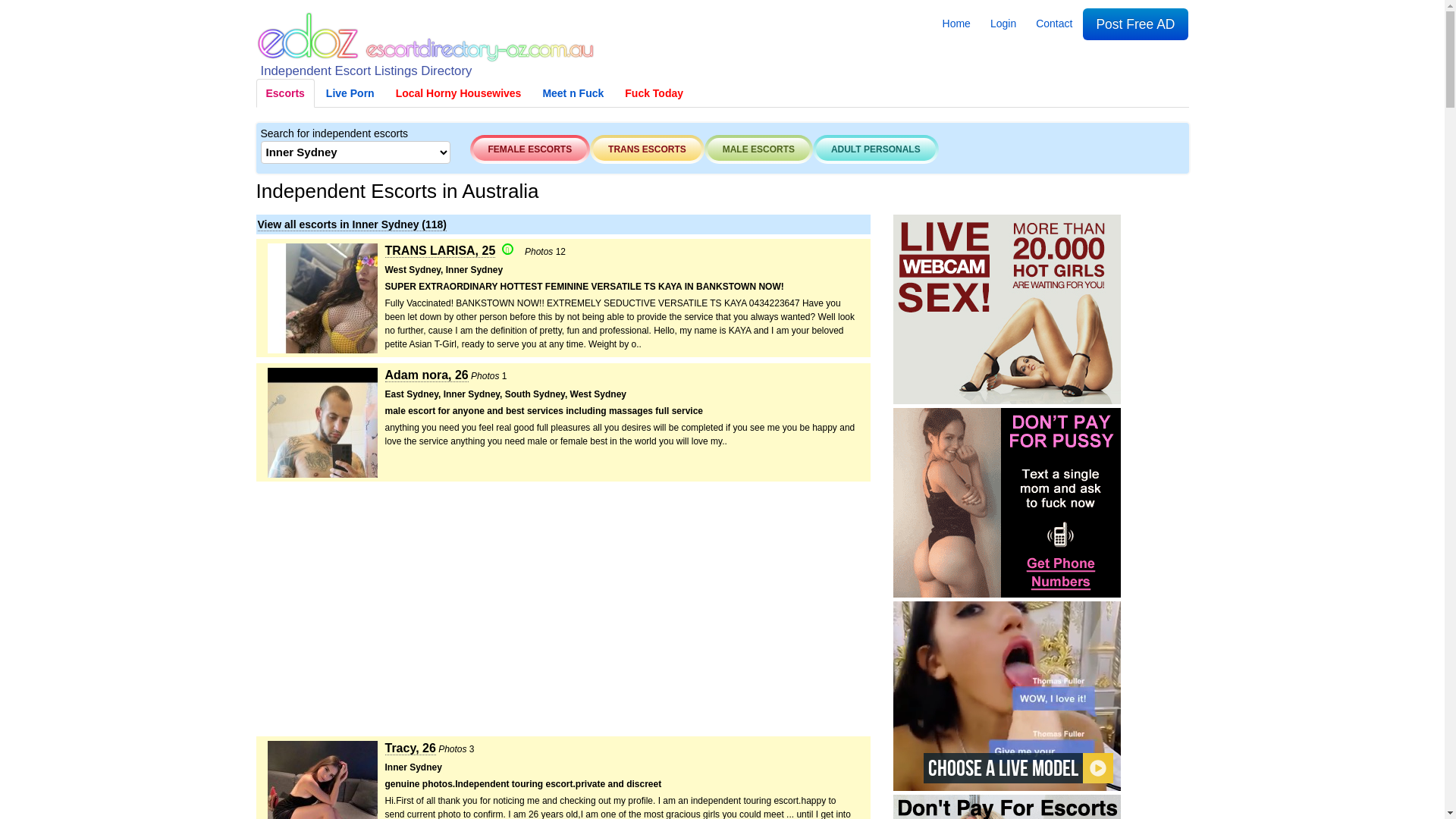 The width and height of the screenshot is (1456, 819). I want to click on 'View all escorts in Inner Sydney (118)', so click(352, 224).